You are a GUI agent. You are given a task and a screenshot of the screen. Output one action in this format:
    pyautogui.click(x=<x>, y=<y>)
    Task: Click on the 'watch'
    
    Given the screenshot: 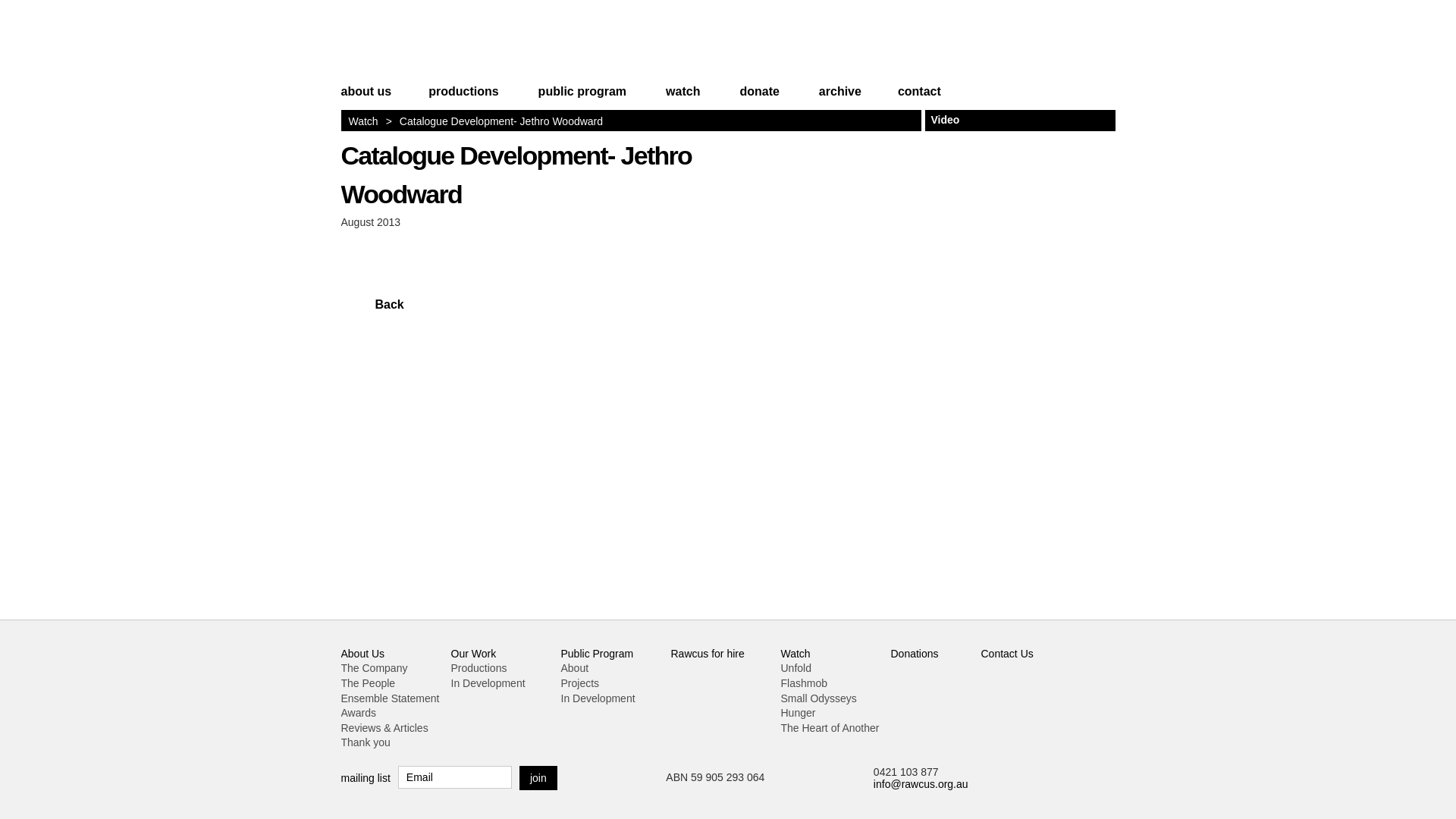 What is the action you would take?
    pyautogui.click(x=682, y=98)
    